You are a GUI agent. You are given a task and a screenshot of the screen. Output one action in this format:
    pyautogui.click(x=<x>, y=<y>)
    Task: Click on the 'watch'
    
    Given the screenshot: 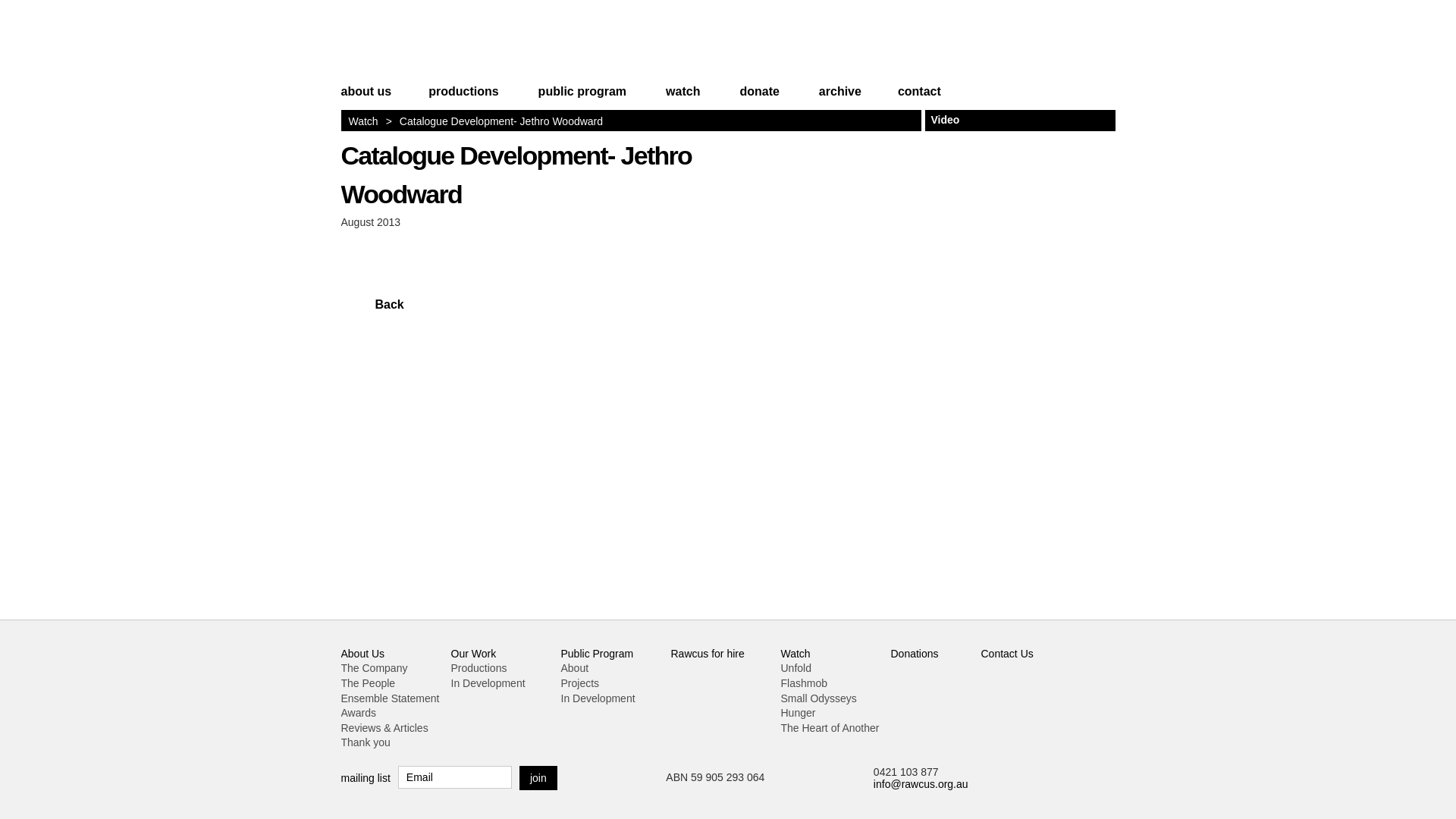 What is the action you would take?
    pyautogui.click(x=682, y=98)
    